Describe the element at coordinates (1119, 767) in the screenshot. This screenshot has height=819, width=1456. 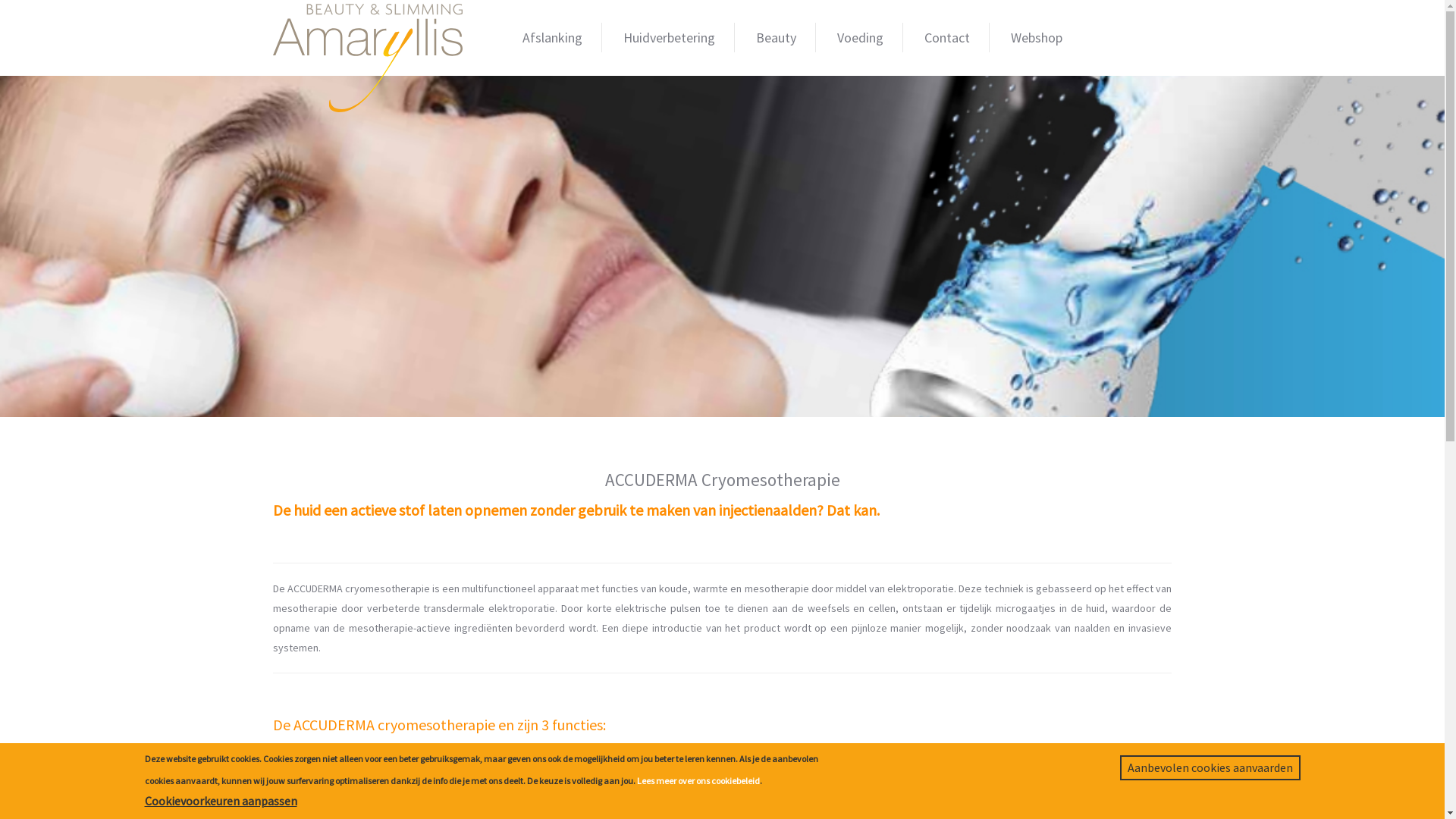
I see `'Aanbevolen cookies aanvaarden'` at that location.